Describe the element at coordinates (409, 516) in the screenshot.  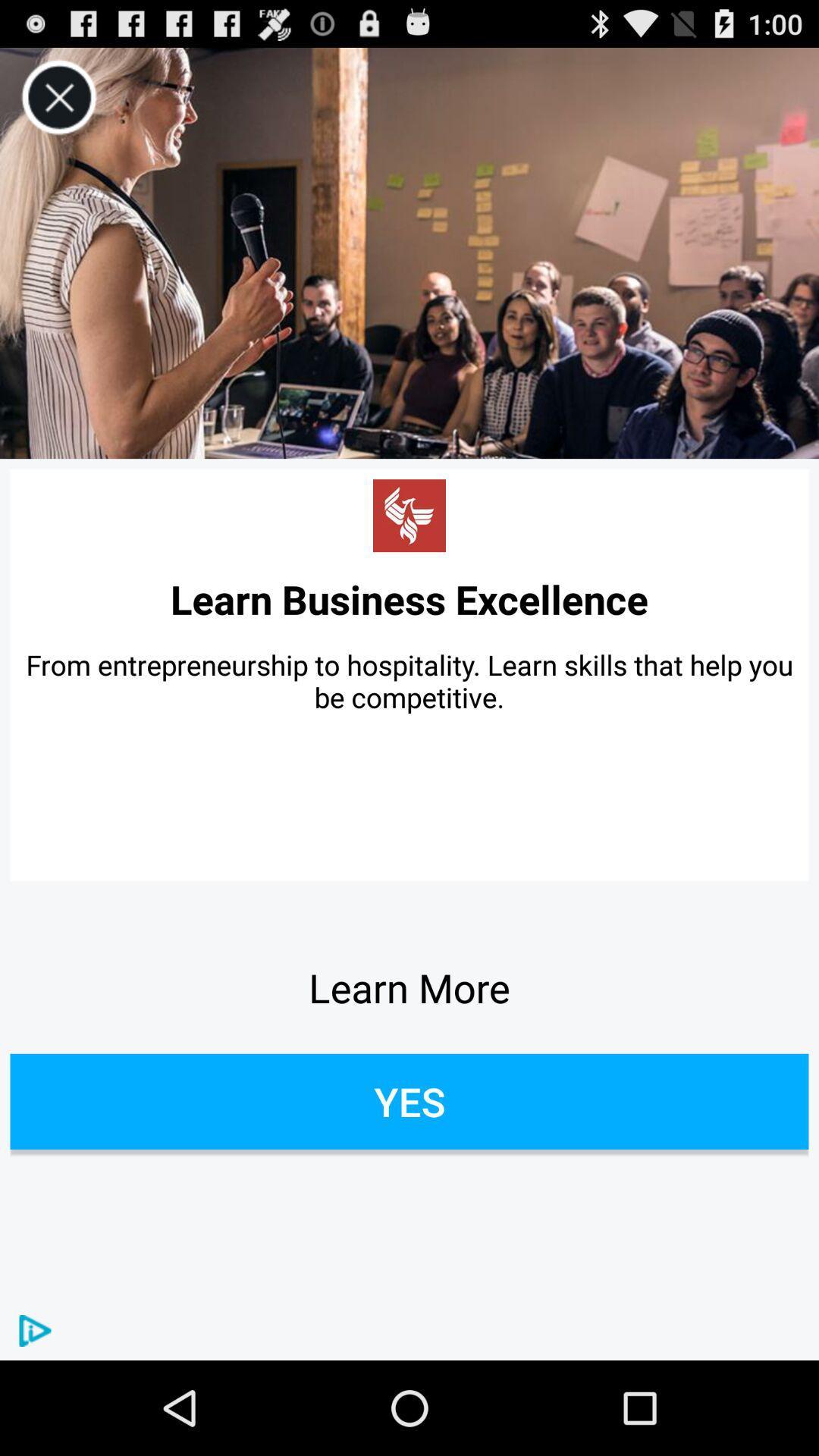
I see `go home` at that location.